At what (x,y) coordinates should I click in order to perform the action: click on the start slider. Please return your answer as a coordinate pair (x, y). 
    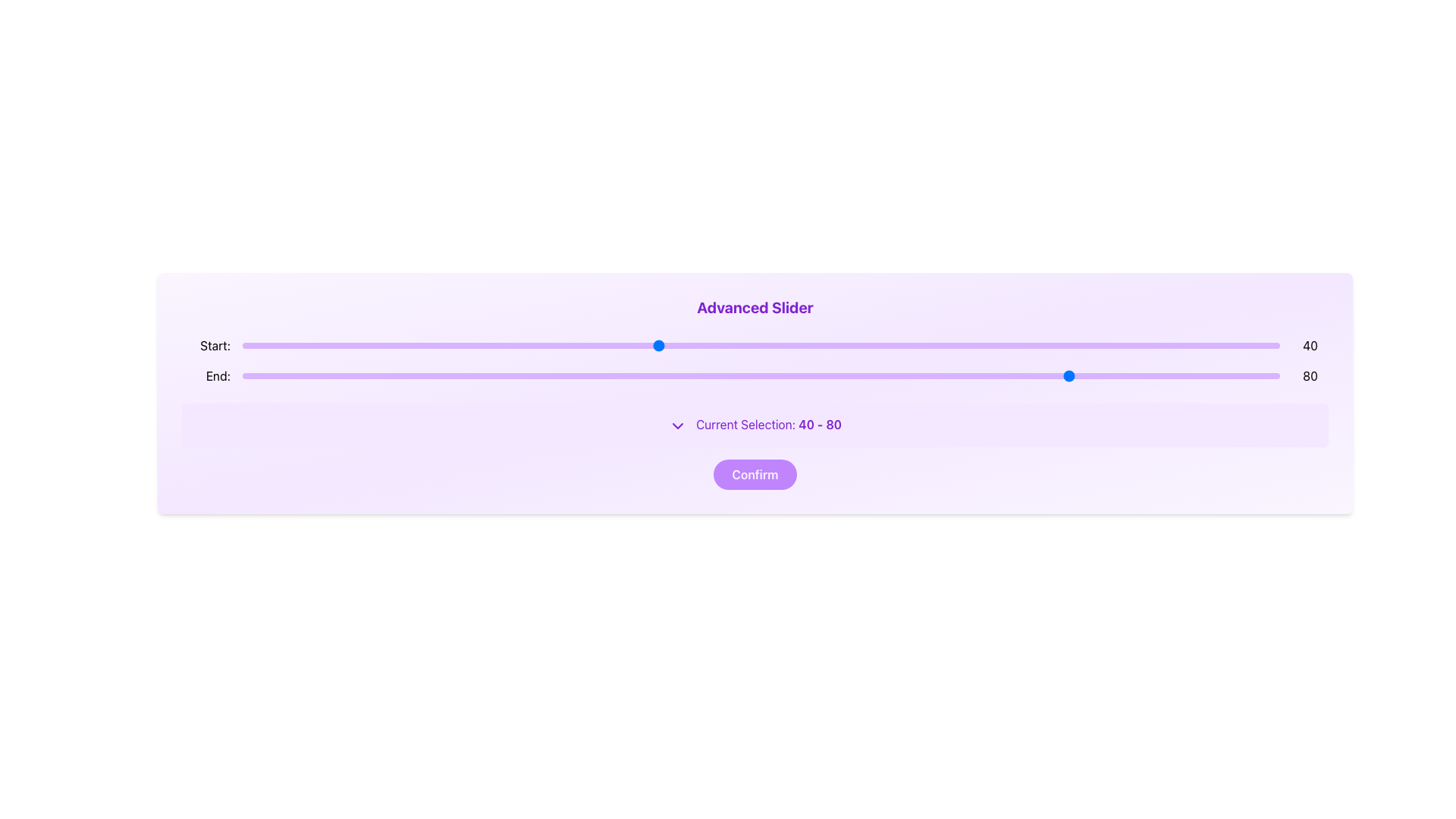
    Looking at the image, I should click on (304, 345).